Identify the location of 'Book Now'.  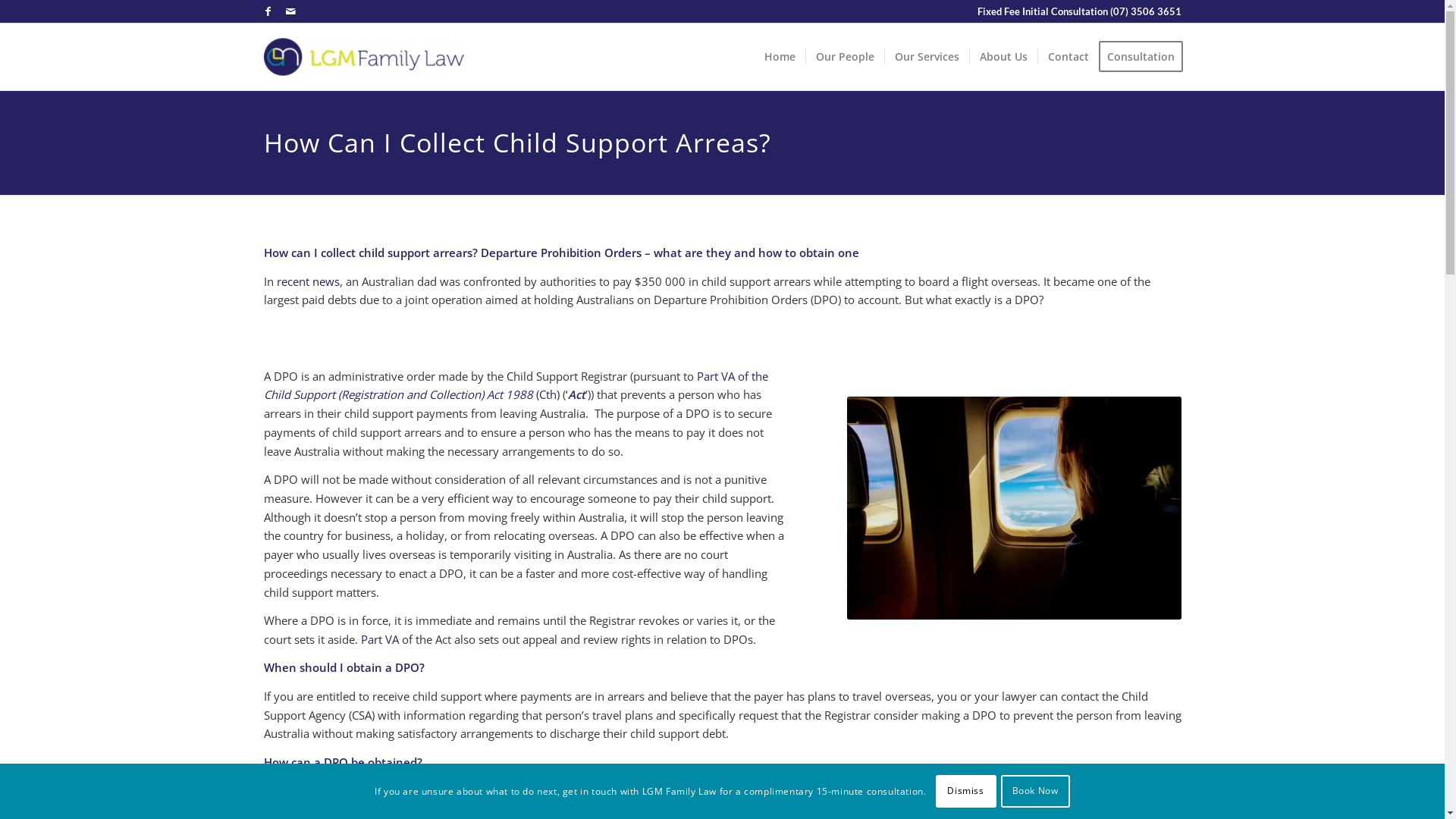
(1034, 789).